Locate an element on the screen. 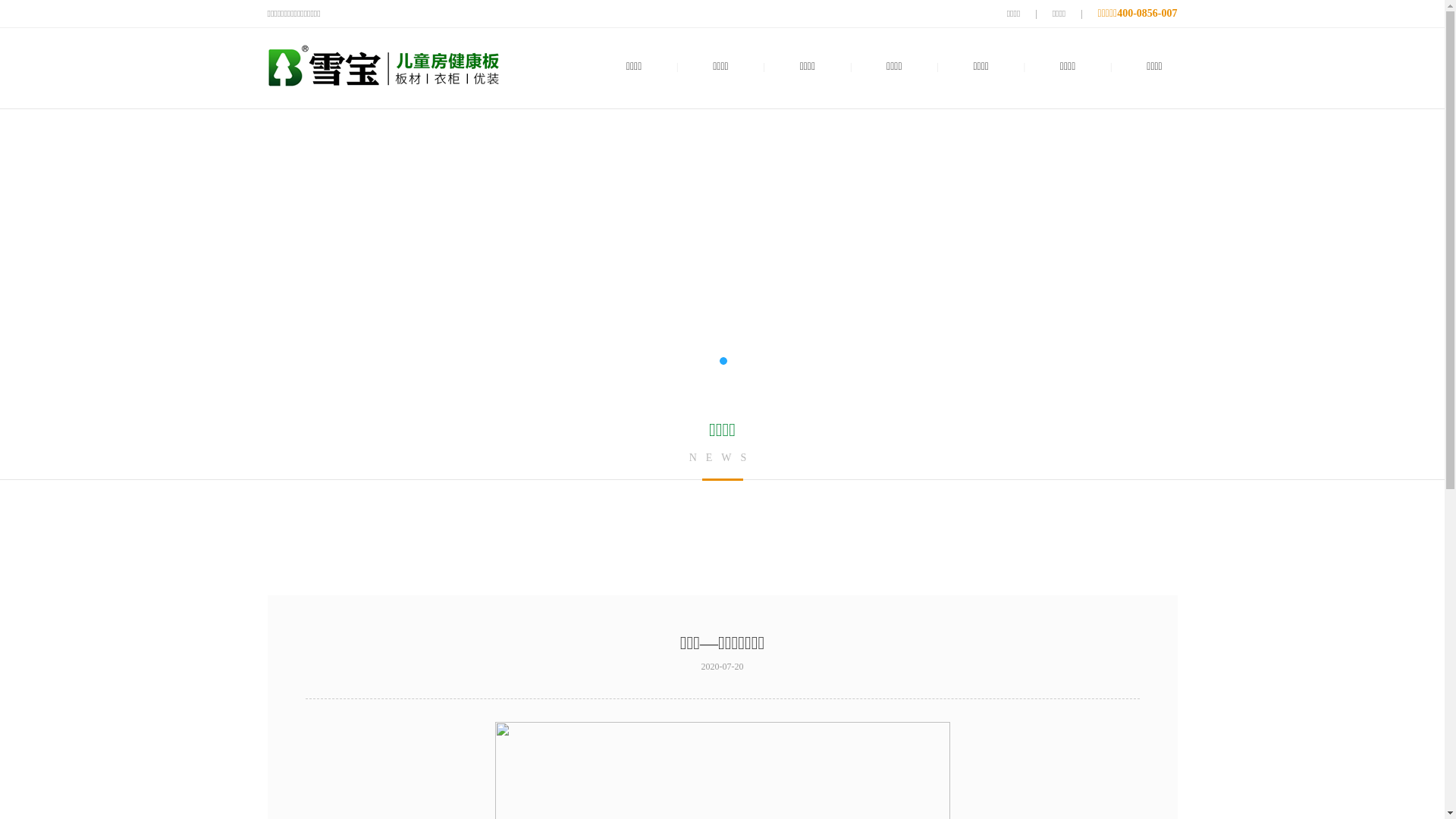 Image resolution: width=1456 pixels, height=819 pixels. '1' is located at coordinates (715, 360).